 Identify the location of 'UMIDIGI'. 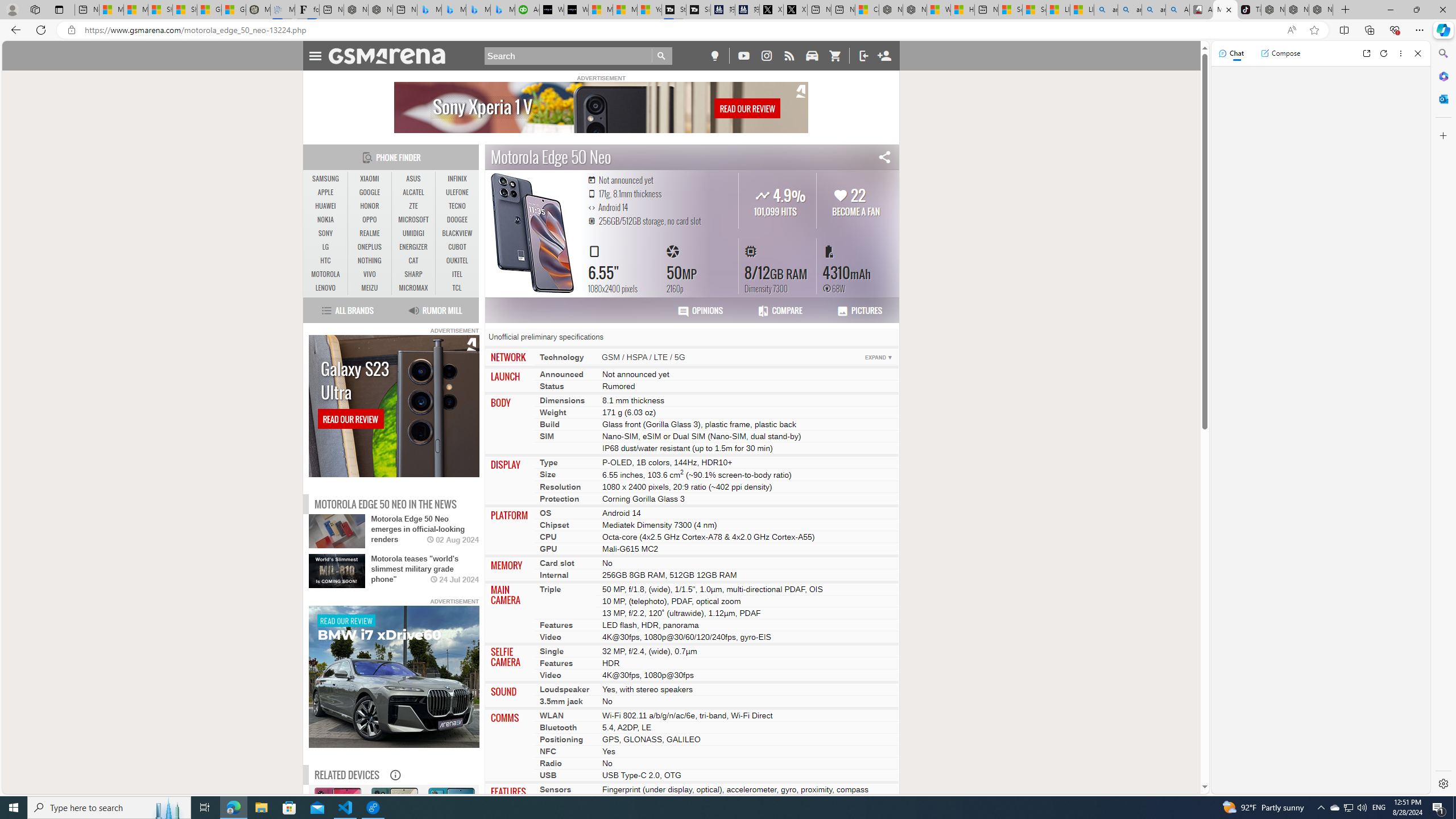
(413, 233).